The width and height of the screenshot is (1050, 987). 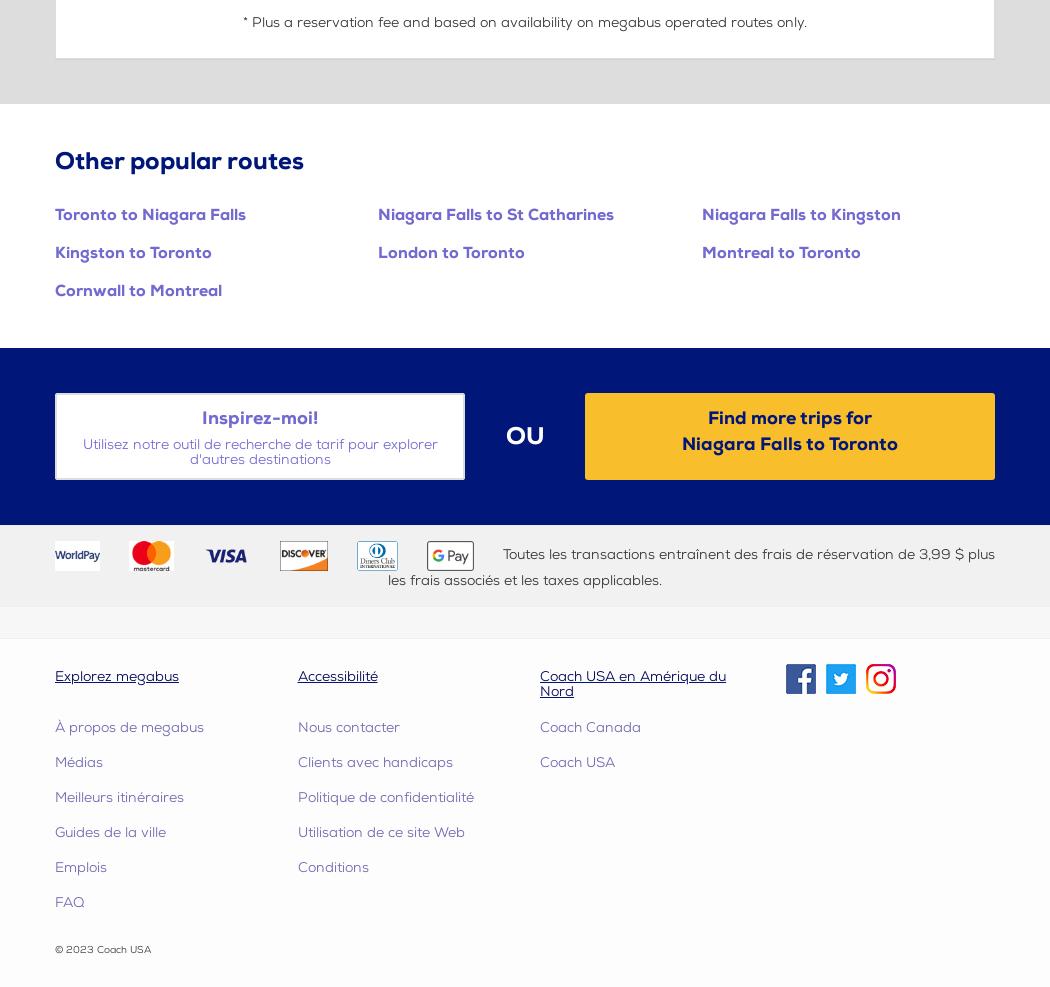 I want to click on 'Inspirez-moi!', so click(x=259, y=417).